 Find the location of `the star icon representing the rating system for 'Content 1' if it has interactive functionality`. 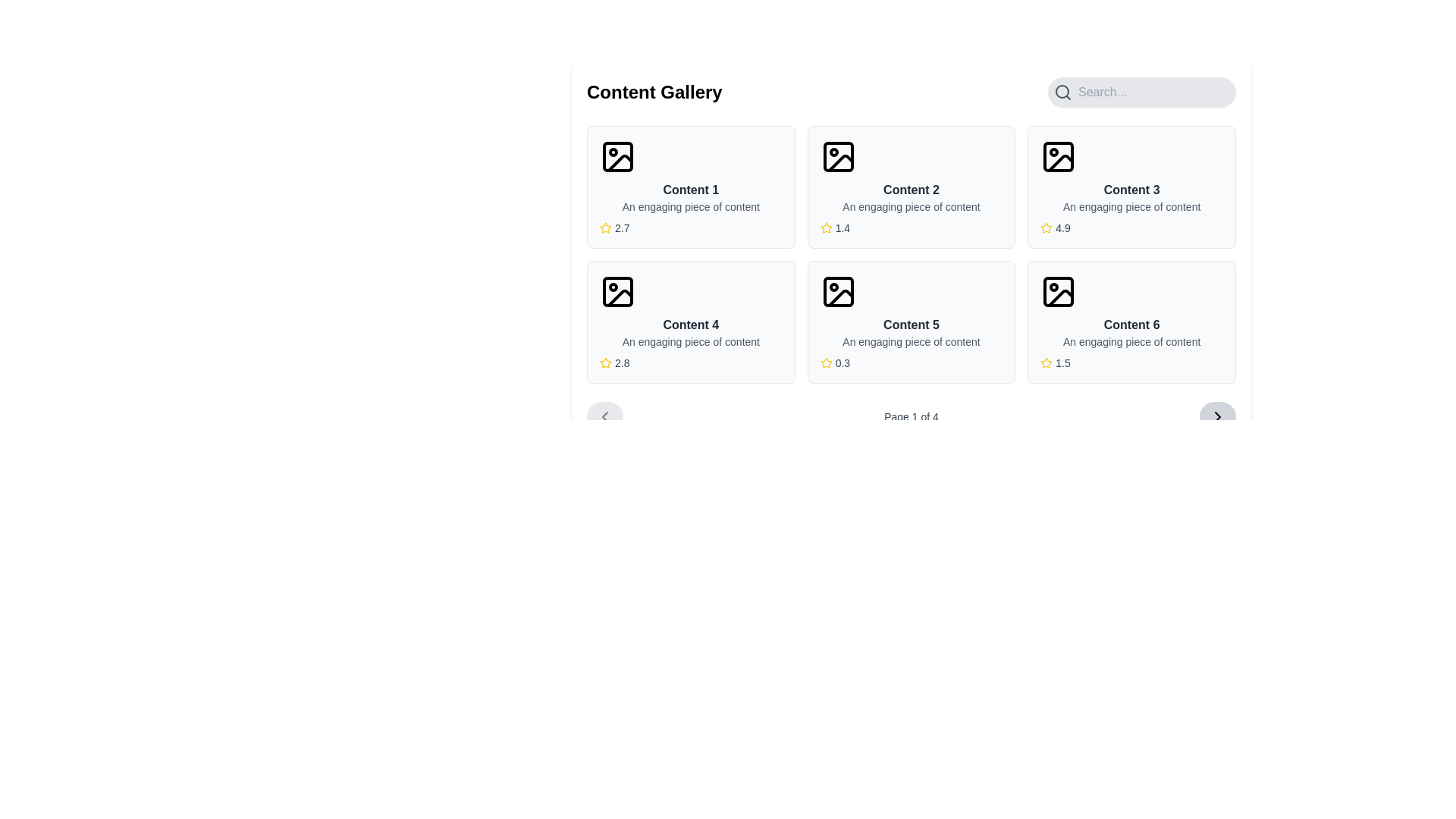

the star icon representing the rating system for 'Content 1' if it has interactive functionality is located at coordinates (604, 227).